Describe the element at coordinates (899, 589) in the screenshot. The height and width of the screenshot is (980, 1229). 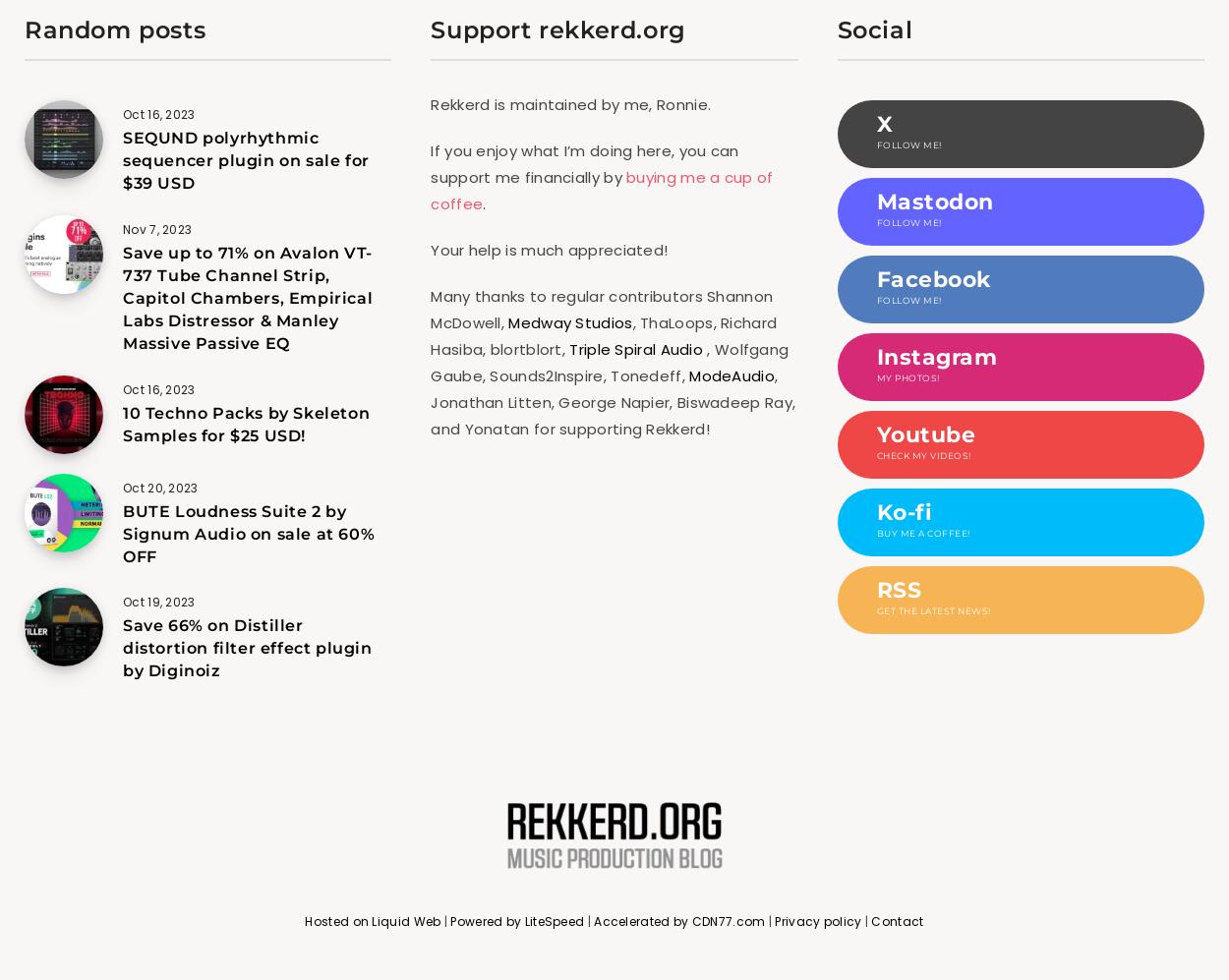
I see `'RSS'` at that location.